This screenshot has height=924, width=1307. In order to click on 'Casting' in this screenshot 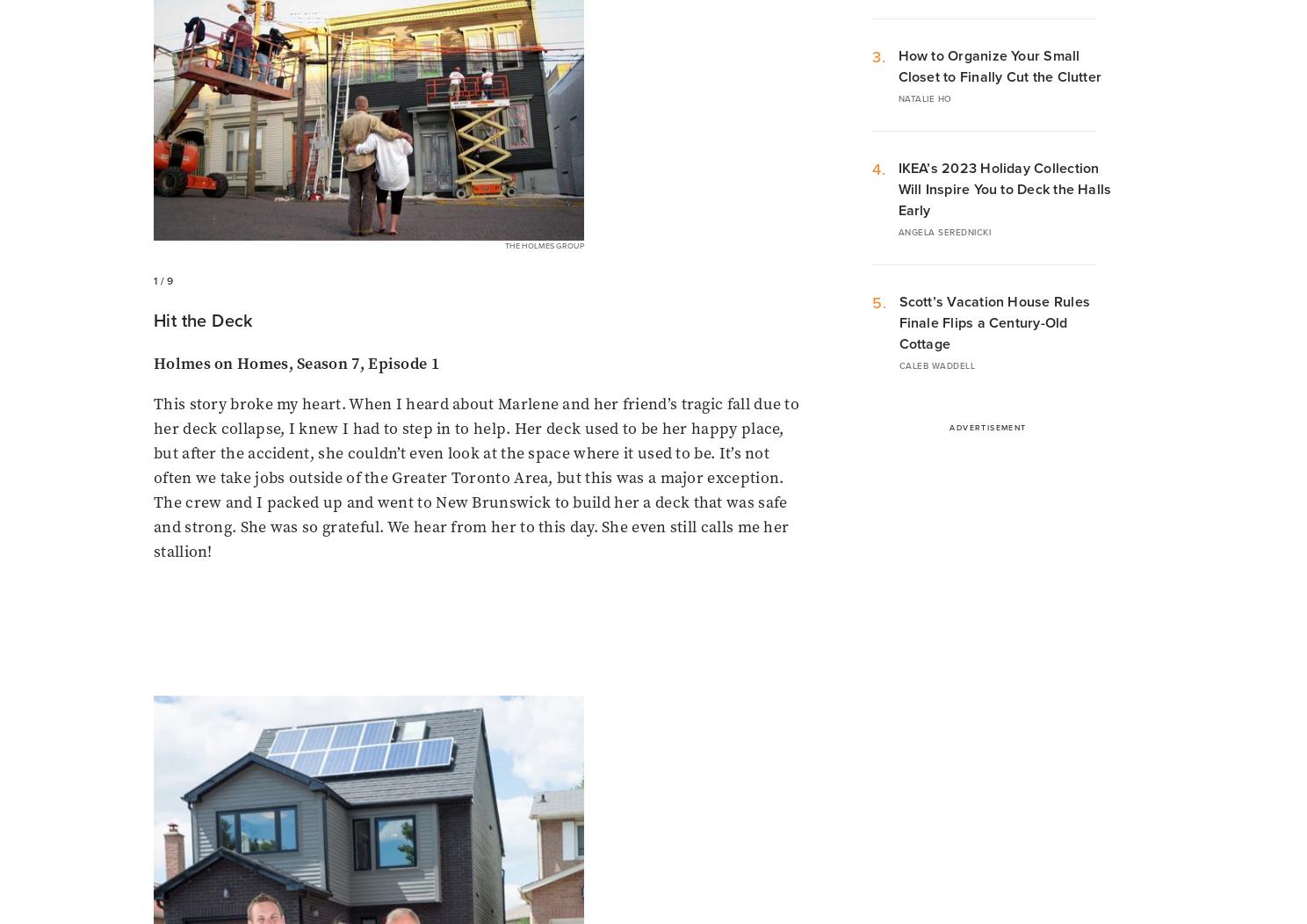, I will do `click(816, 609)`.